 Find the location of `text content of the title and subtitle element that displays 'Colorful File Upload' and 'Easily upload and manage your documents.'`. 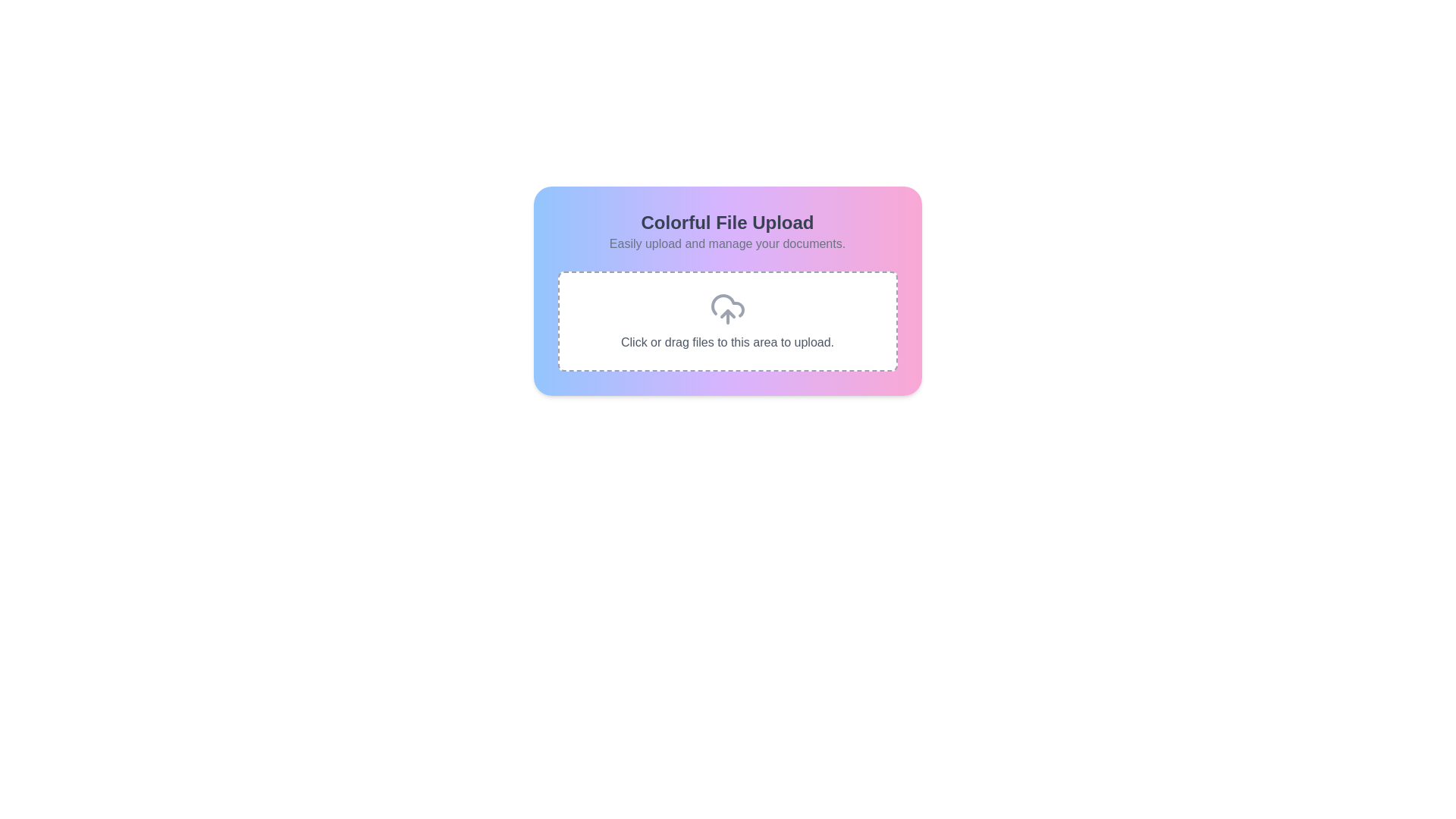

text content of the title and subtitle element that displays 'Colorful File Upload' and 'Easily upload and manage your documents.' is located at coordinates (726, 231).